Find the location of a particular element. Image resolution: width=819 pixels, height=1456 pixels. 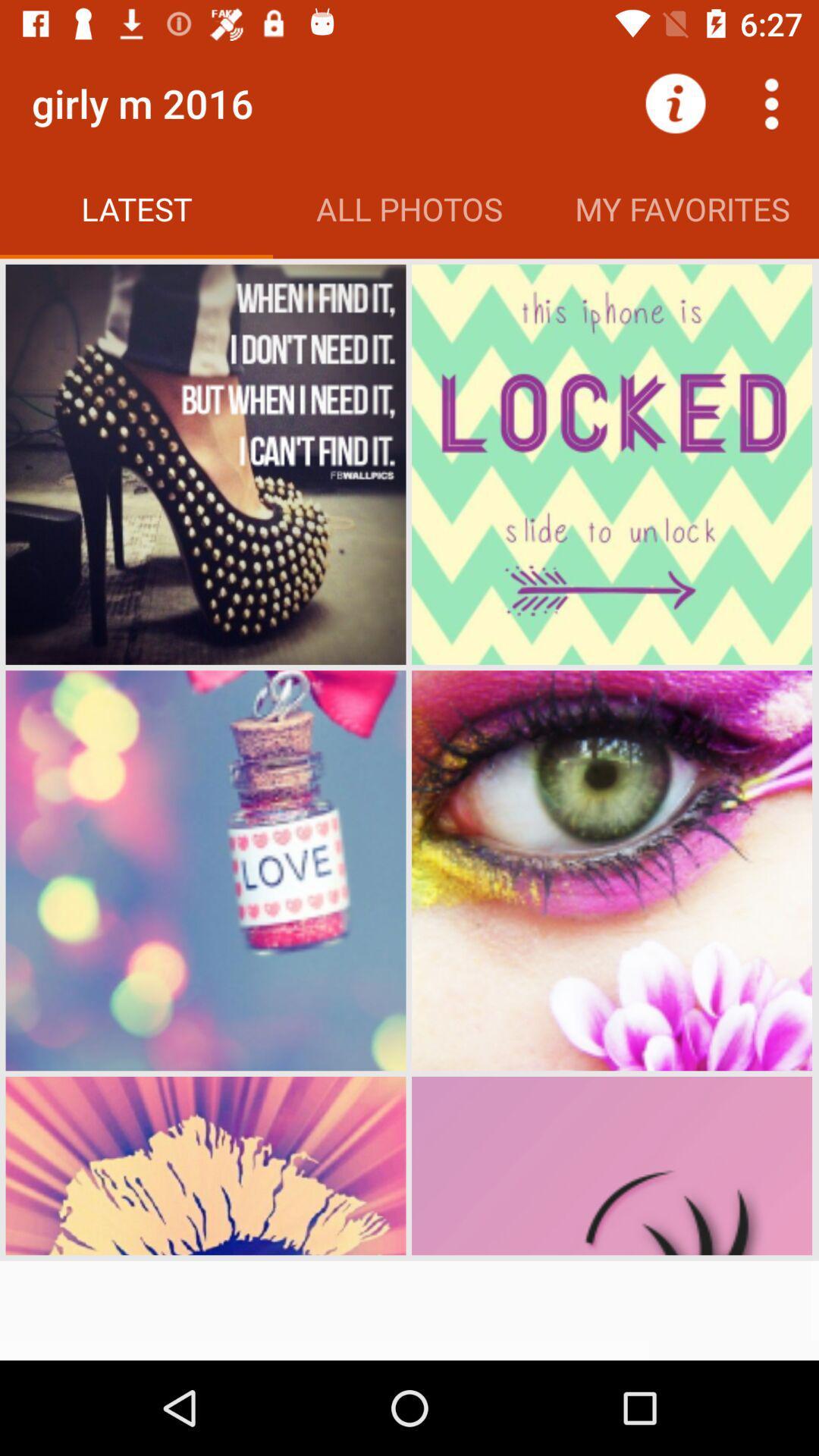

more options is located at coordinates (771, 102).